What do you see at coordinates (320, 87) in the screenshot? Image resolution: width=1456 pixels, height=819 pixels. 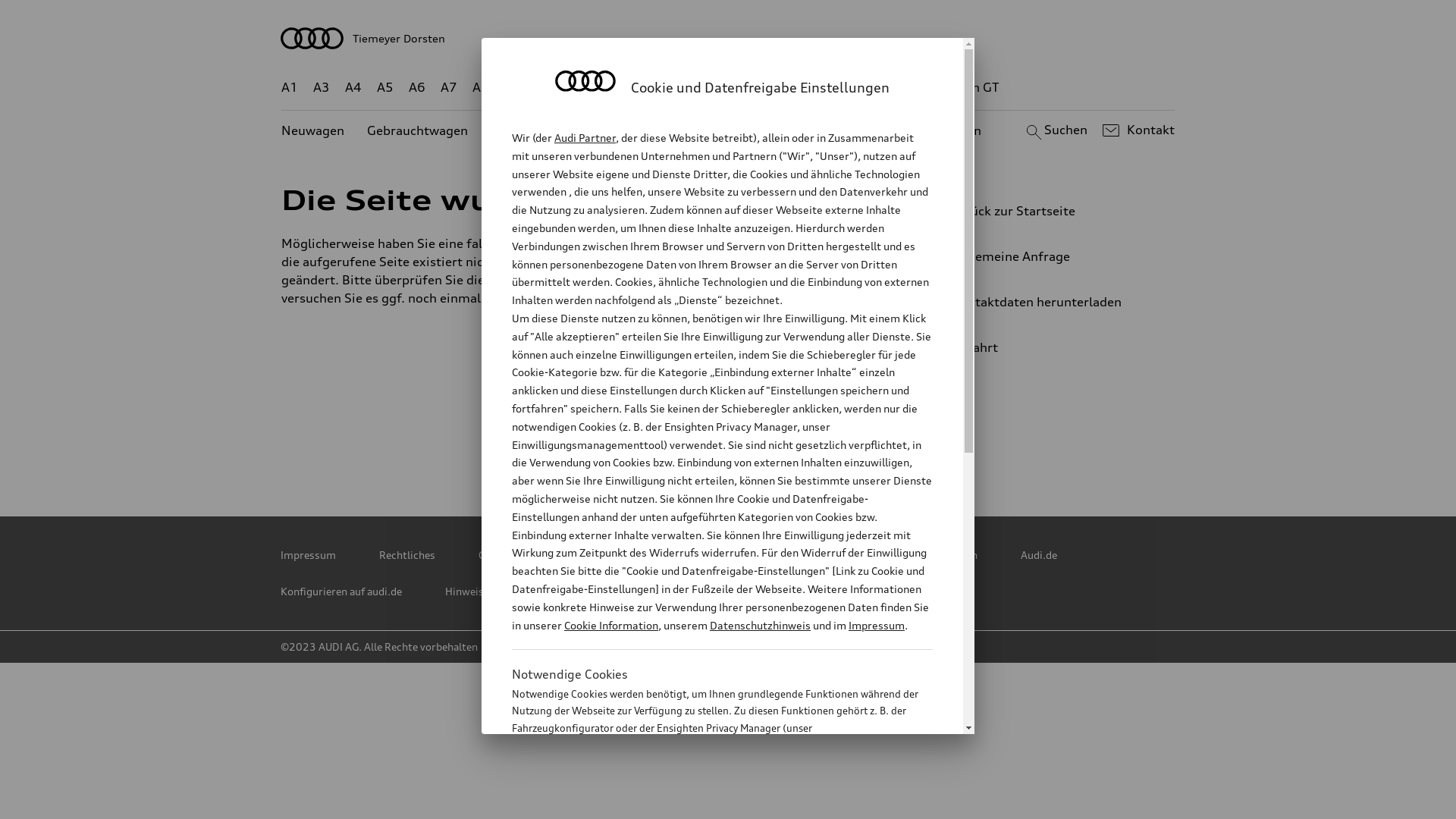 I see `'A3'` at bounding box center [320, 87].